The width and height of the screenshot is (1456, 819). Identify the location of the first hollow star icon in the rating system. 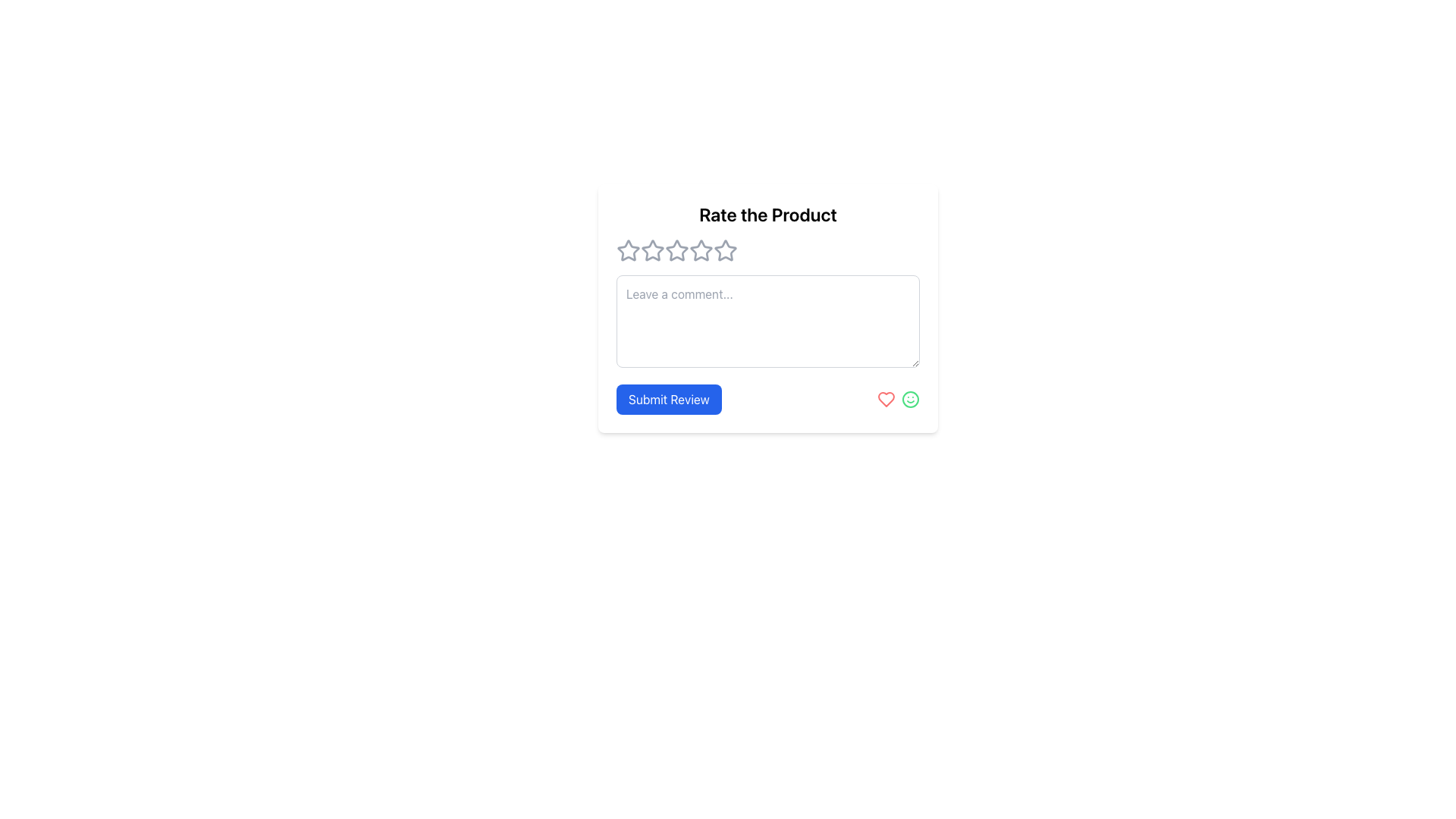
(629, 250).